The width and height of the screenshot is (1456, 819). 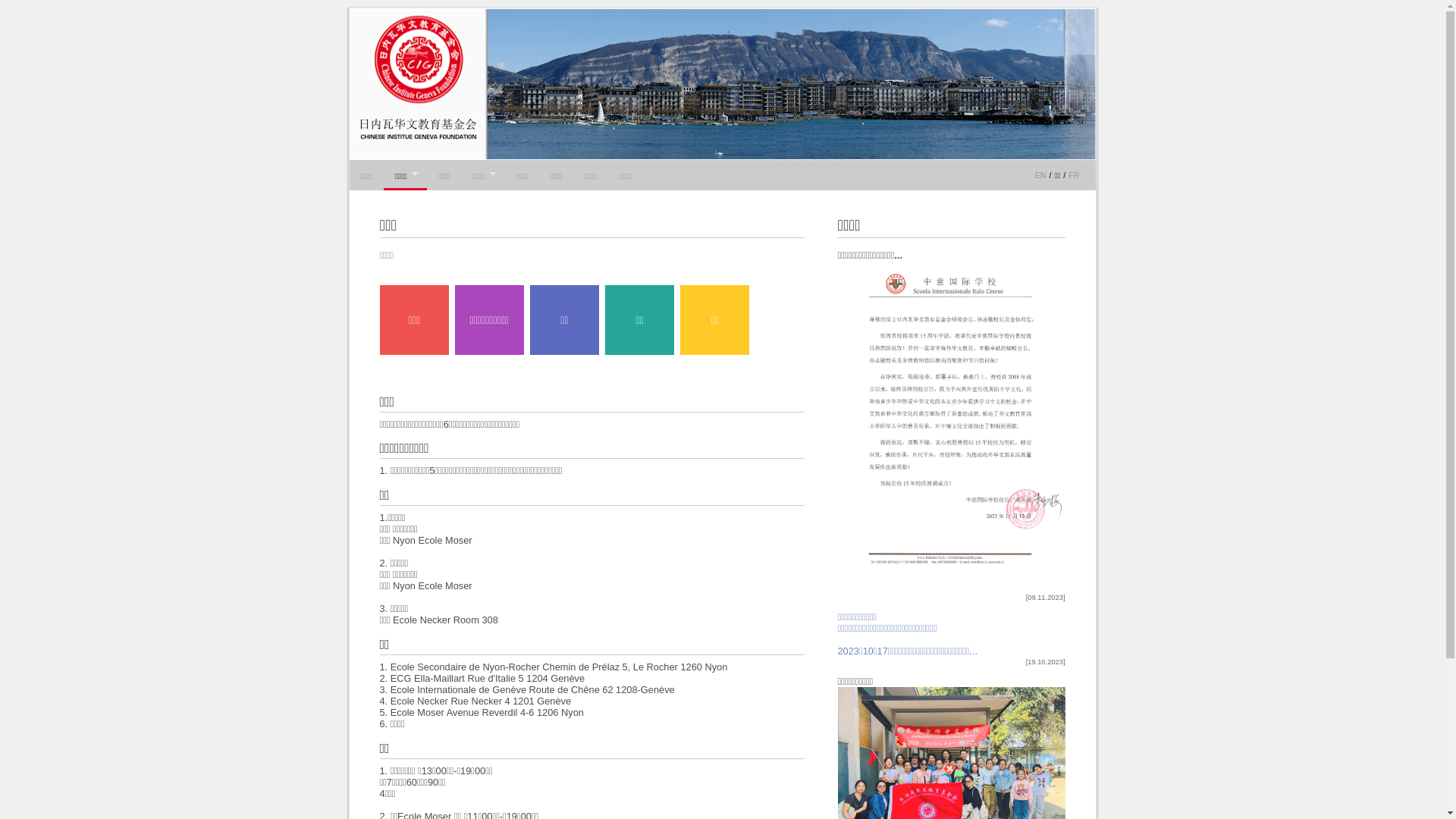 I want to click on 'FR', so click(x=1073, y=174).